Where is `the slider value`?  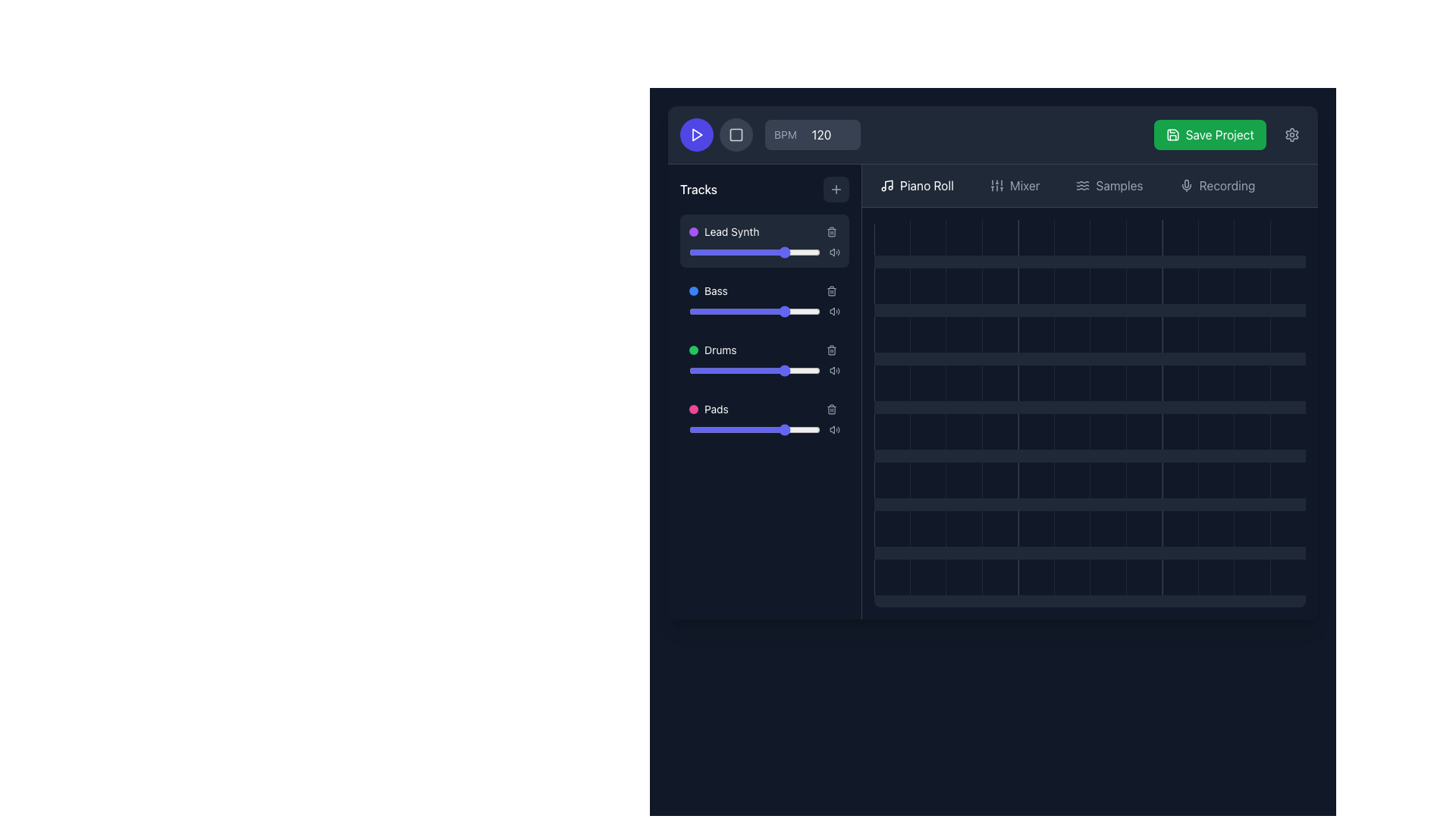
the slider value is located at coordinates (767, 311).